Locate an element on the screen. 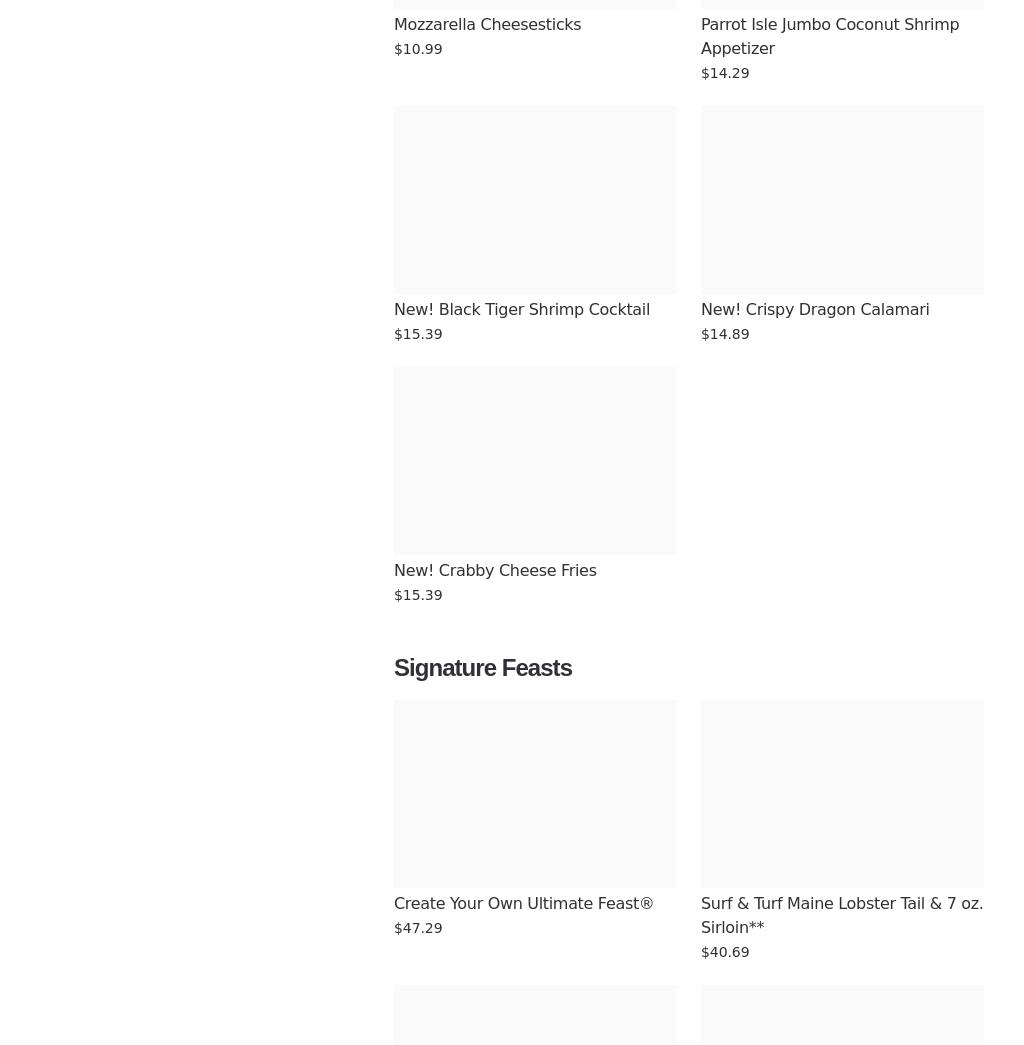 The height and width of the screenshot is (1045, 1024). '$14.89' is located at coordinates (724, 333).